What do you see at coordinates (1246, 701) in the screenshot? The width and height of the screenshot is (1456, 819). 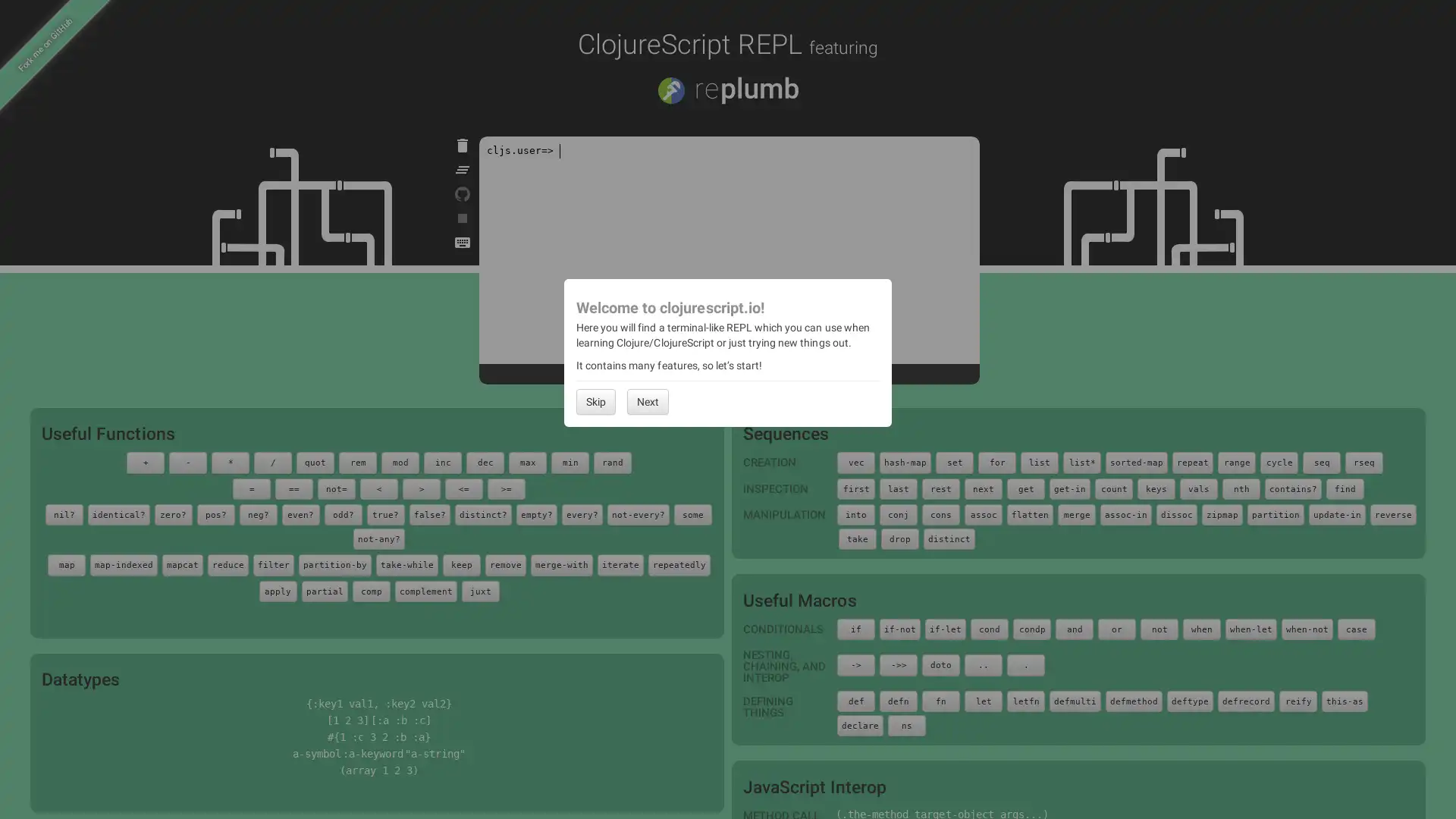 I see `defrecord` at bounding box center [1246, 701].